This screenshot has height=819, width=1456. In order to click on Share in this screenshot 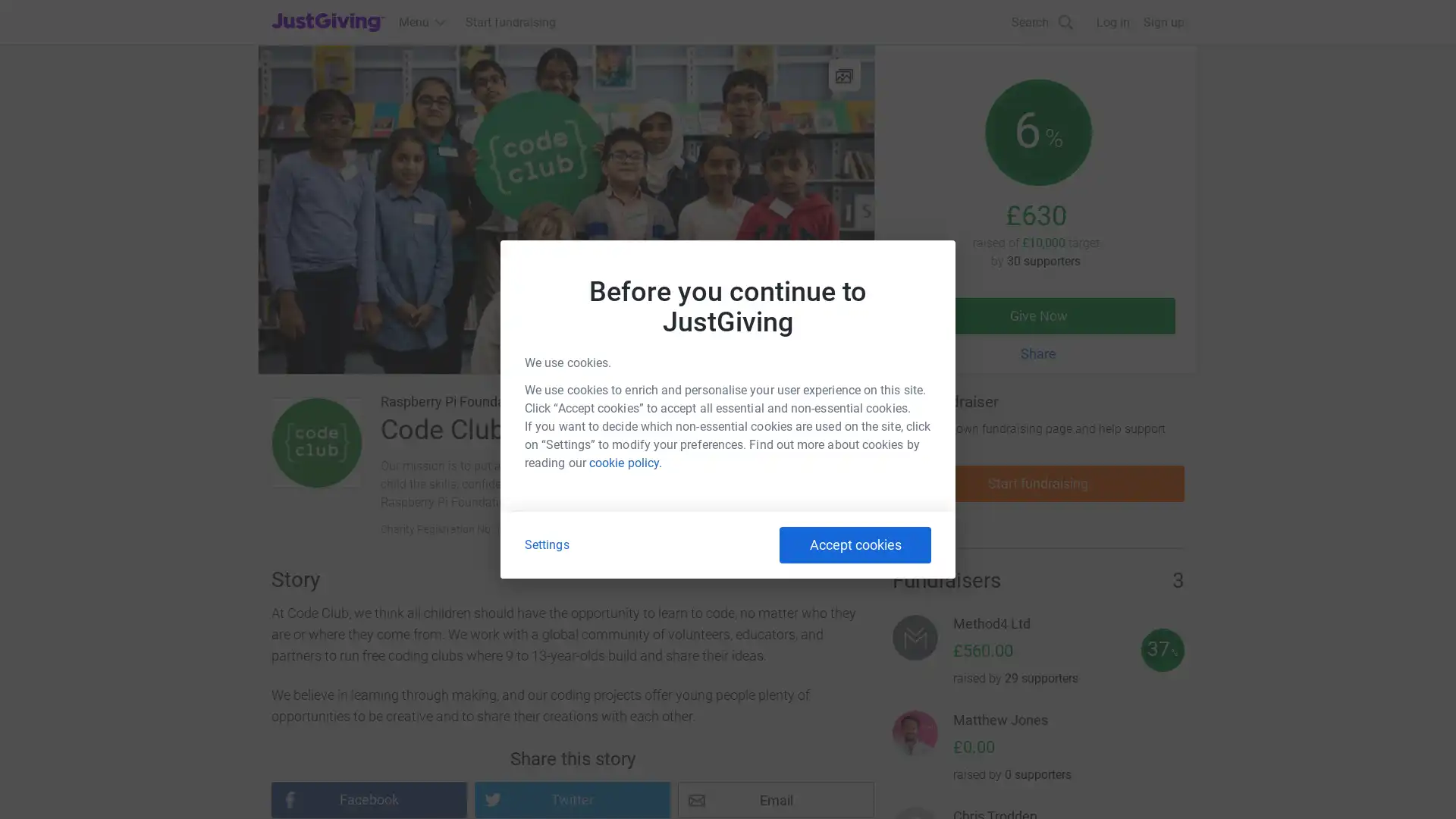, I will do `click(1037, 353)`.